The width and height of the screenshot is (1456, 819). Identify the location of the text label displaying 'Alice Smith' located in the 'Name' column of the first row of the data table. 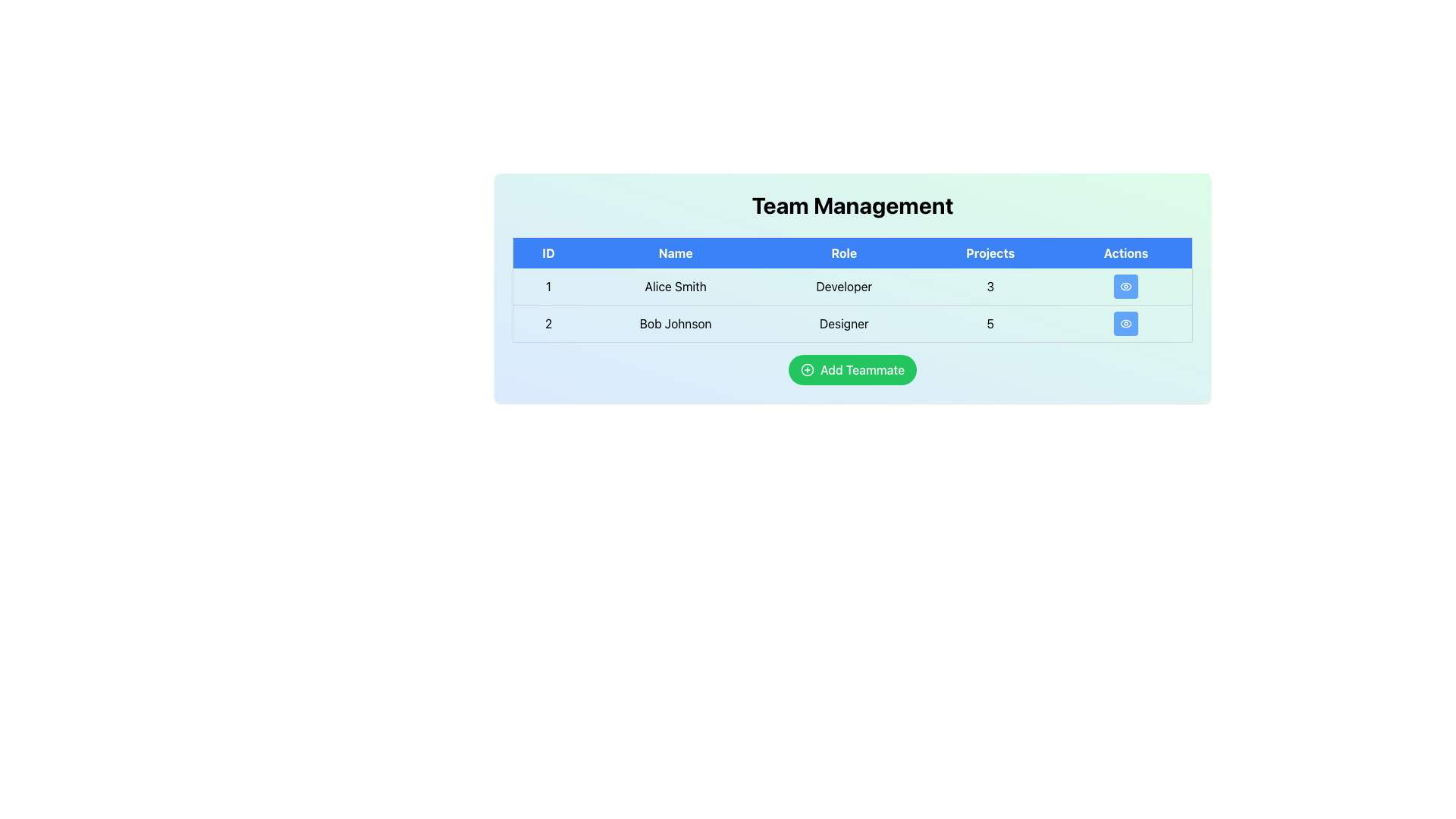
(675, 287).